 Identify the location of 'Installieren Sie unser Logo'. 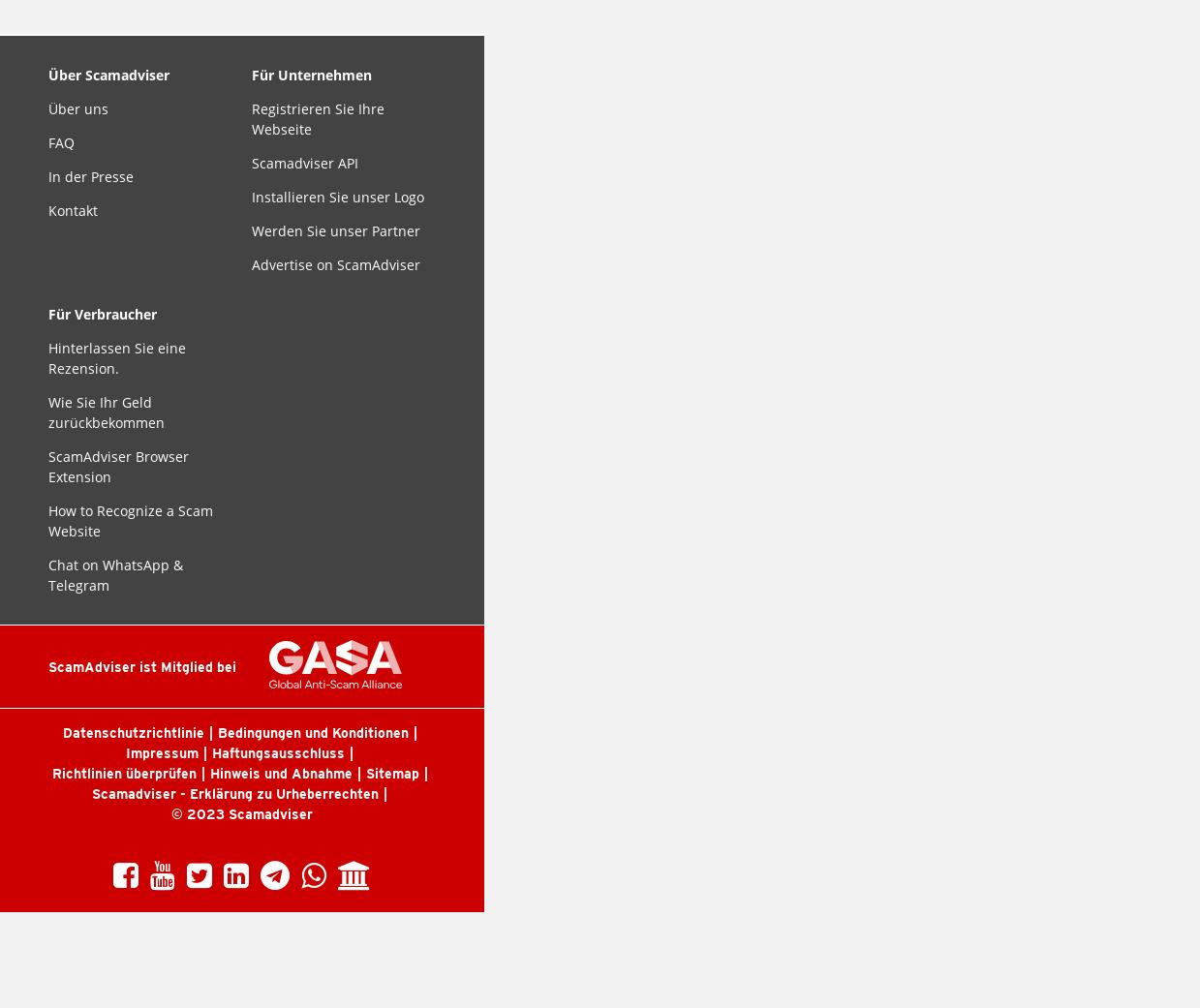
(338, 197).